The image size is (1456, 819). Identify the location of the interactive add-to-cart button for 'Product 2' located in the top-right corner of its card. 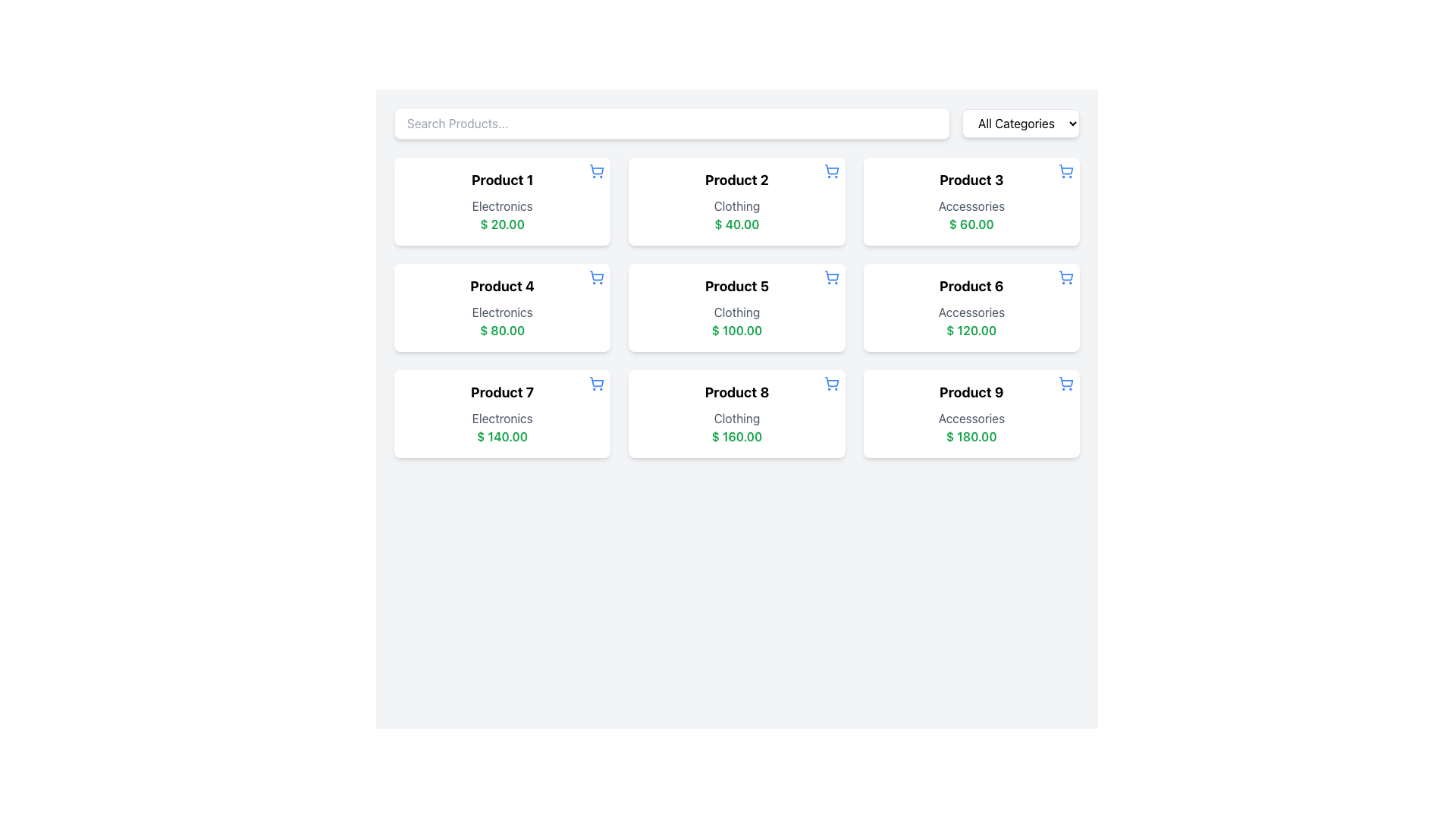
(830, 171).